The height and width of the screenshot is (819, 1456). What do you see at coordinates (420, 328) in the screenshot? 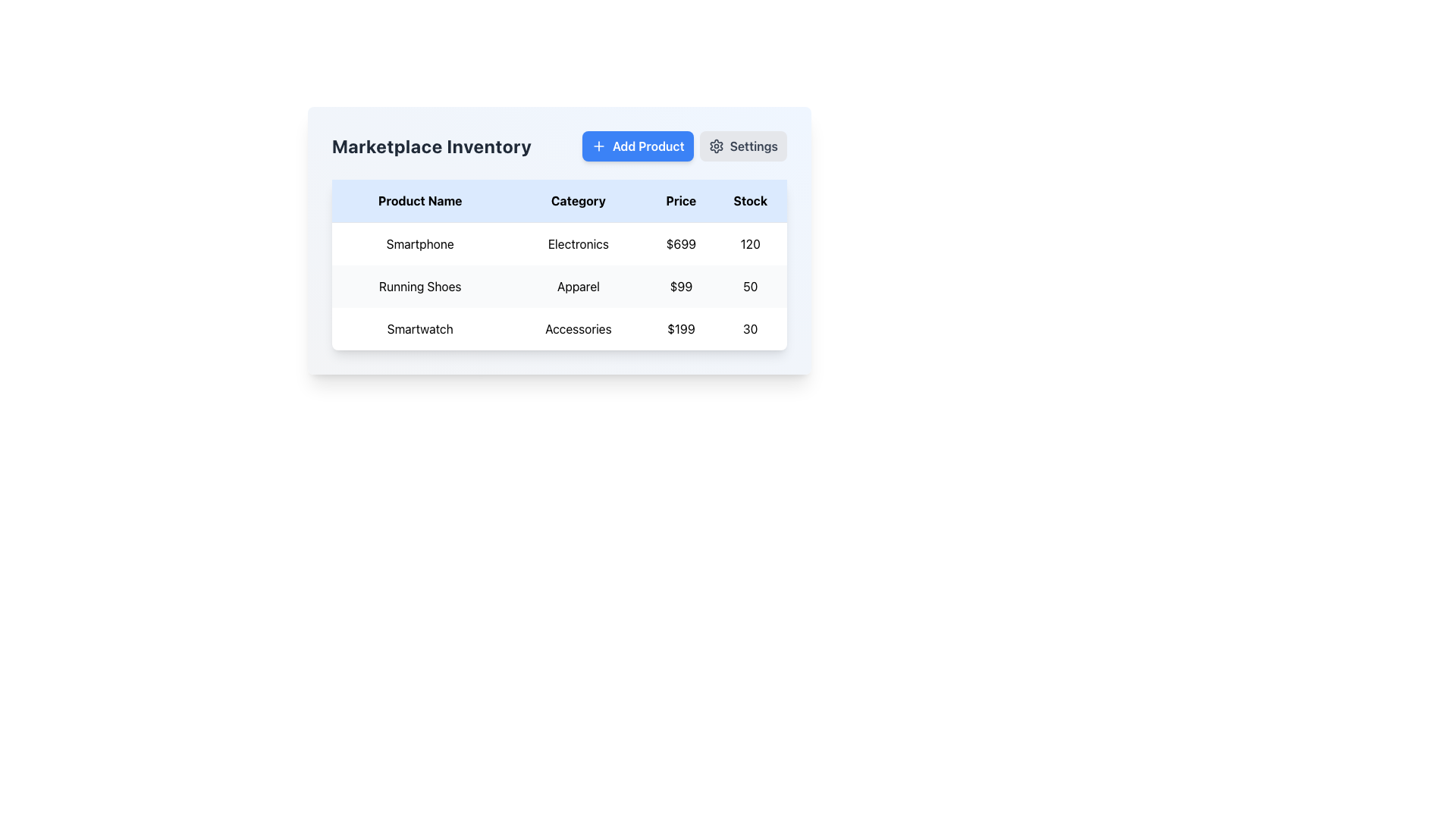
I see `text label displaying 'Smartwatch' located in the first column of the fourth row of a tabular interface` at bounding box center [420, 328].